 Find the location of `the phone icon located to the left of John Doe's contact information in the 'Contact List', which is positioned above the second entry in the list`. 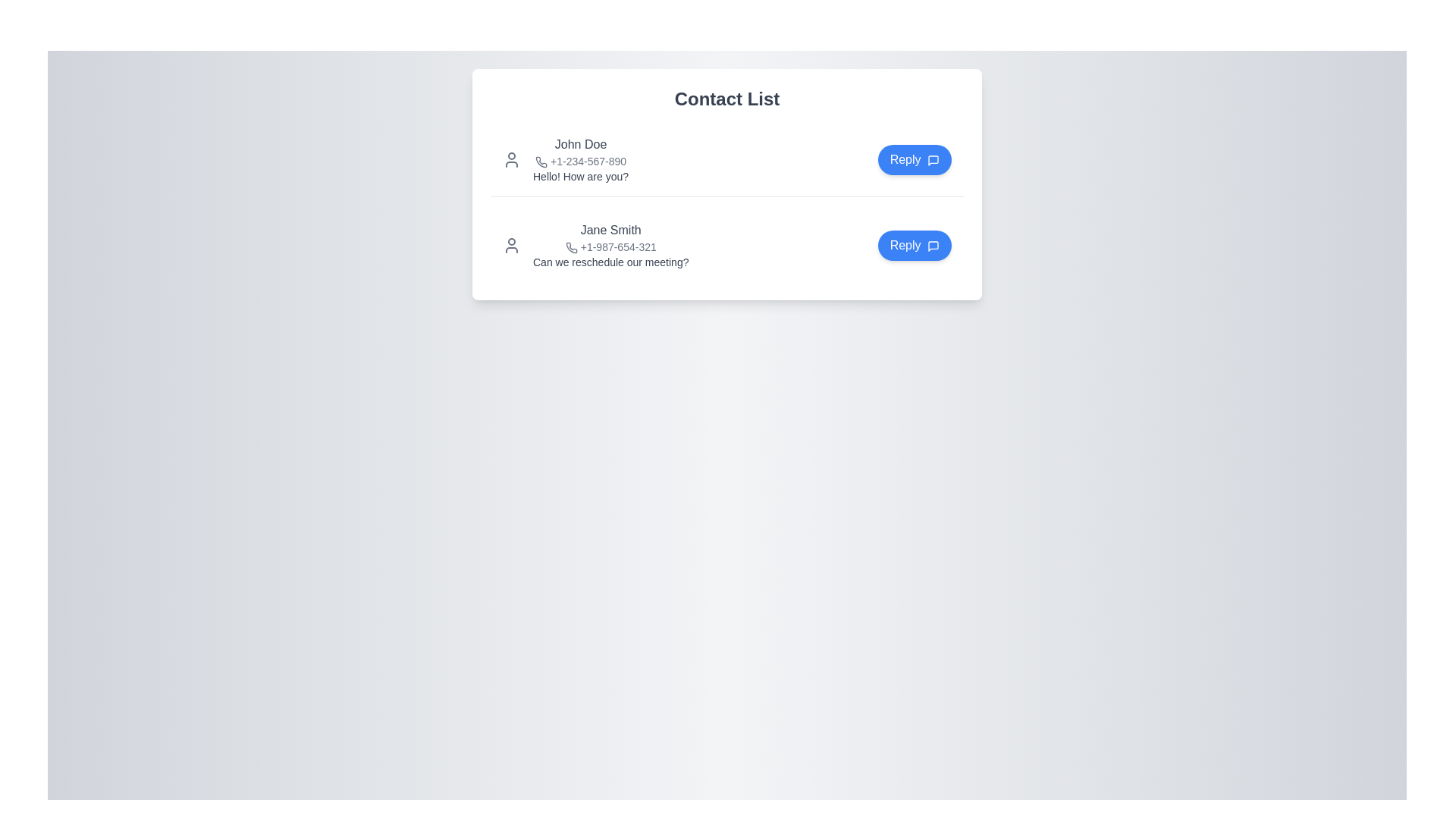

the phone icon located to the left of John Doe's contact information in the 'Contact List', which is positioned above the second entry in the list is located at coordinates (541, 162).